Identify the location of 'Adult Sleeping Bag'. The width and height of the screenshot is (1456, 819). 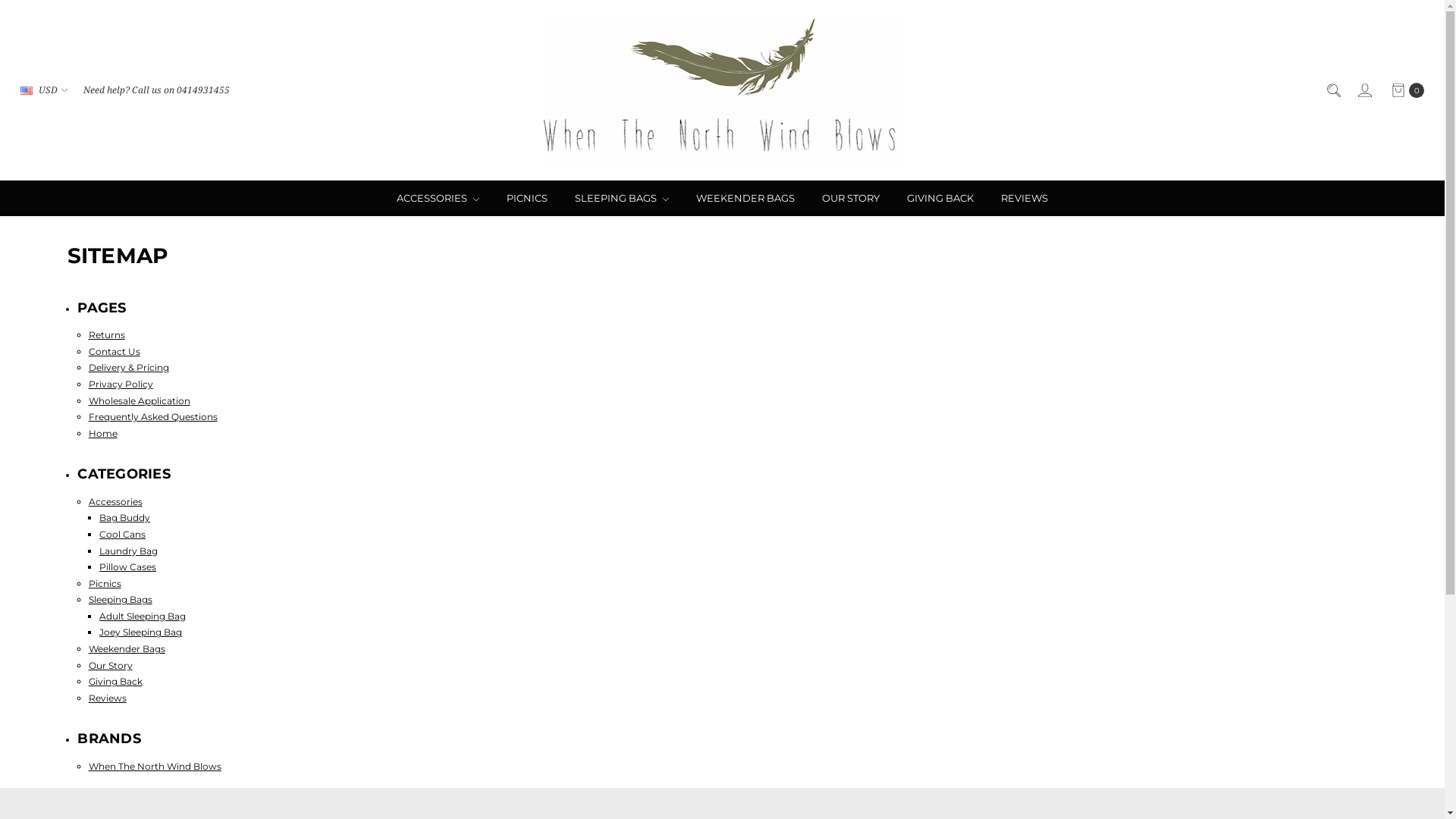
(142, 616).